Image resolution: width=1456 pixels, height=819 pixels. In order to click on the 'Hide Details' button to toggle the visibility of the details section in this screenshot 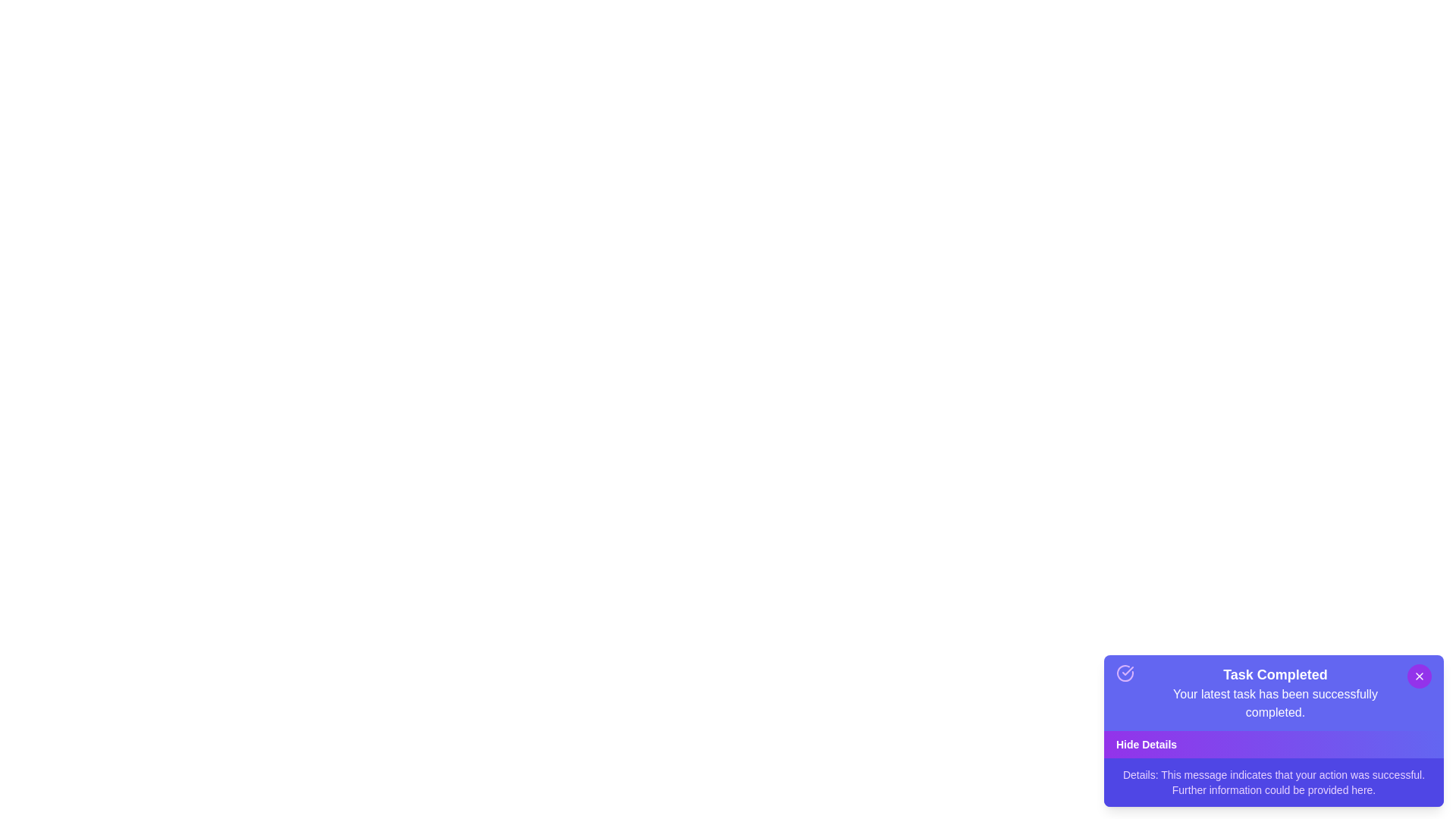, I will do `click(1274, 744)`.